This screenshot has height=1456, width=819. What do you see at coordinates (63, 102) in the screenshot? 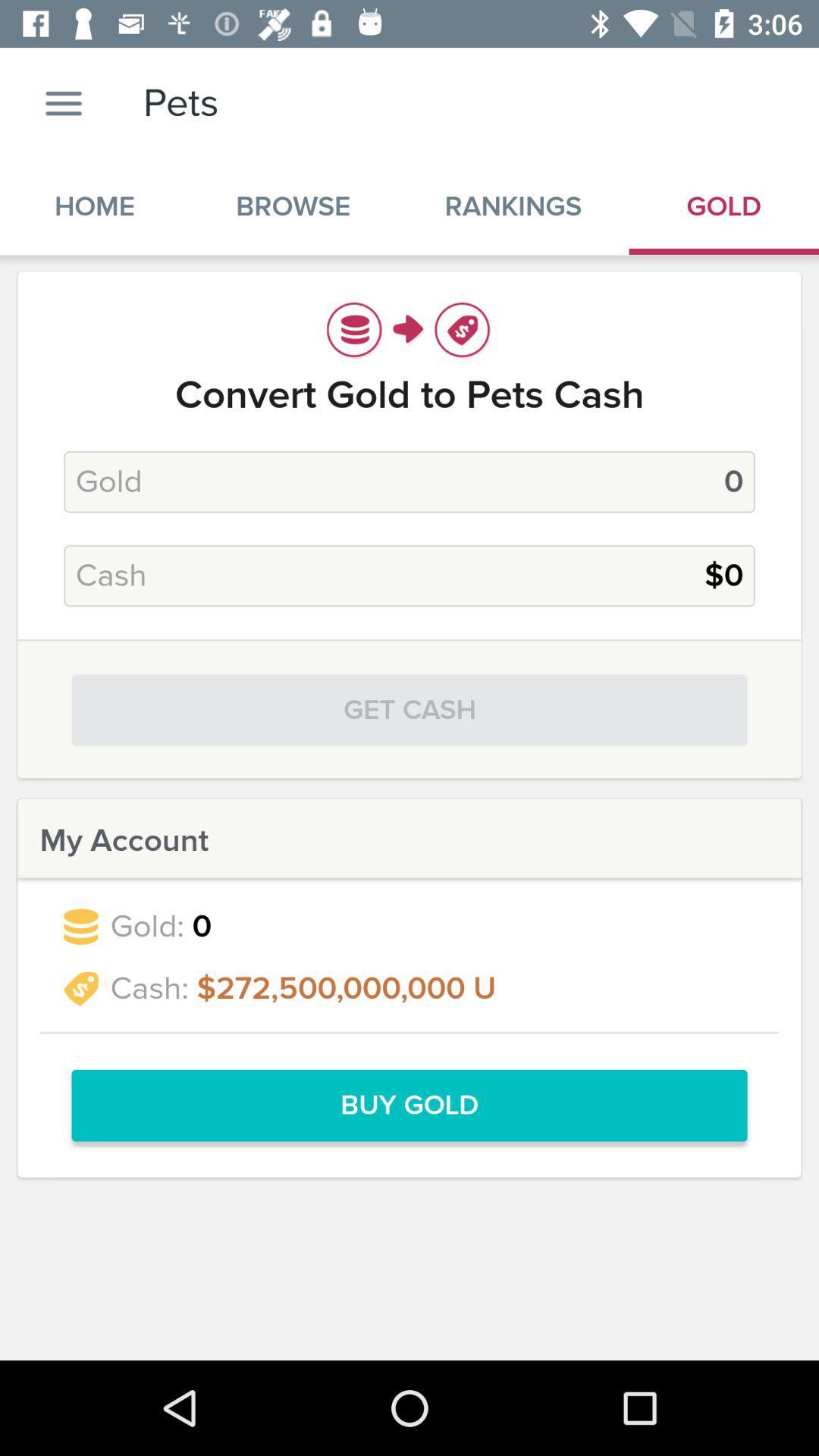
I see `the app to the left of the pets item` at bounding box center [63, 102].